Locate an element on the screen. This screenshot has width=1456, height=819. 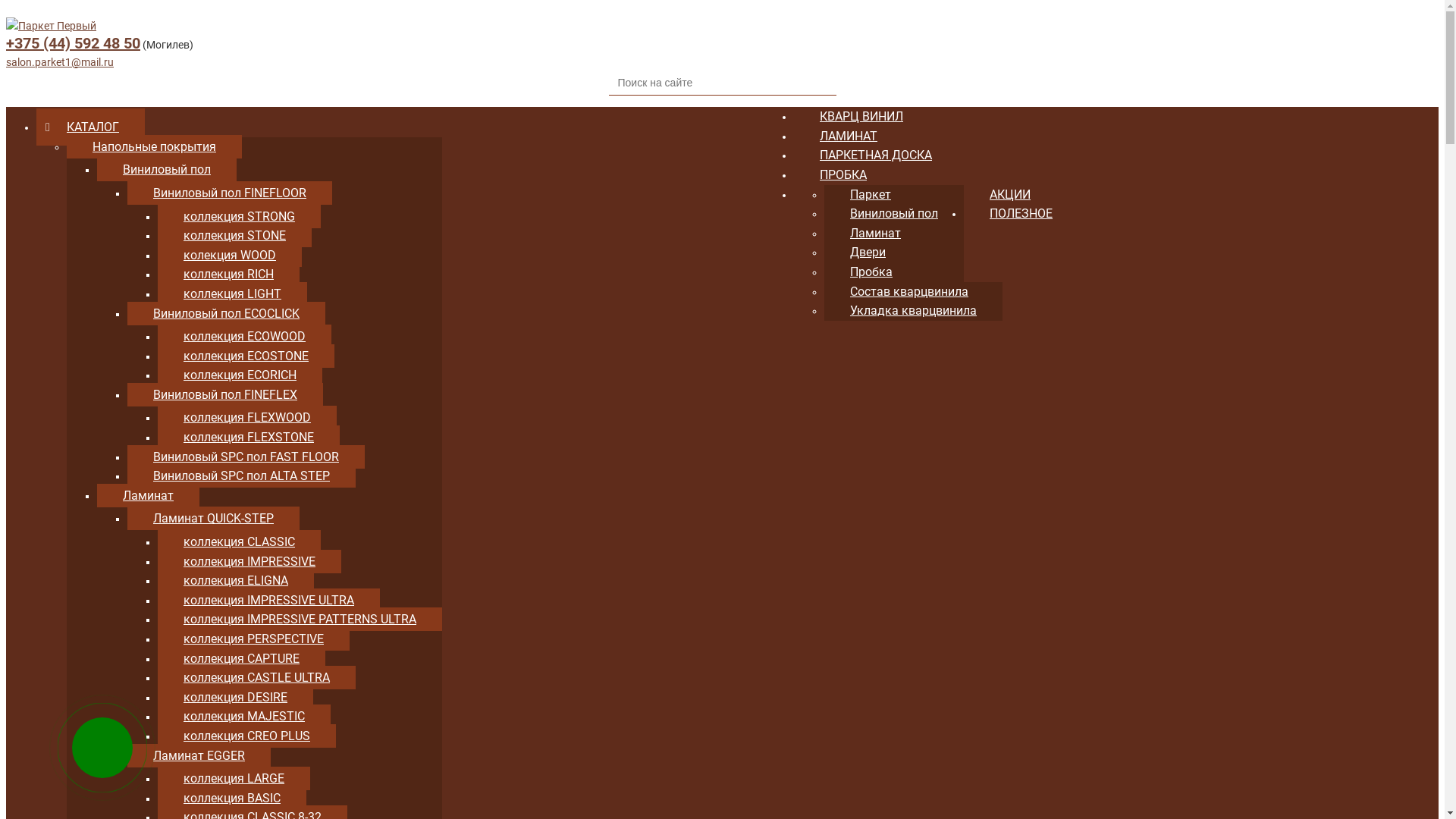
'+375 (44) 592 48 50' is located at coordinates (72, 42).